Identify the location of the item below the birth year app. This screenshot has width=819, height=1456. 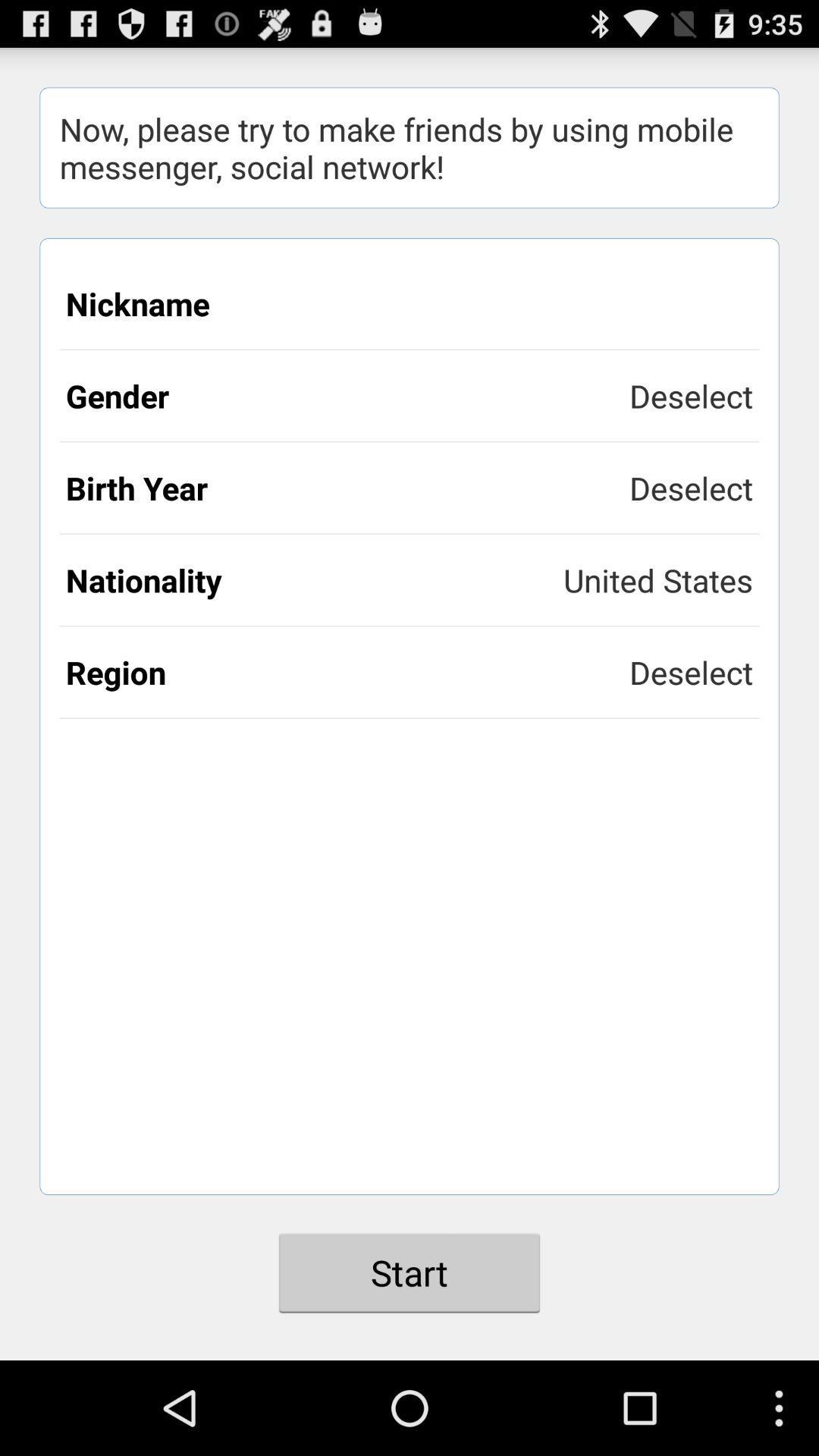
(657, 579).